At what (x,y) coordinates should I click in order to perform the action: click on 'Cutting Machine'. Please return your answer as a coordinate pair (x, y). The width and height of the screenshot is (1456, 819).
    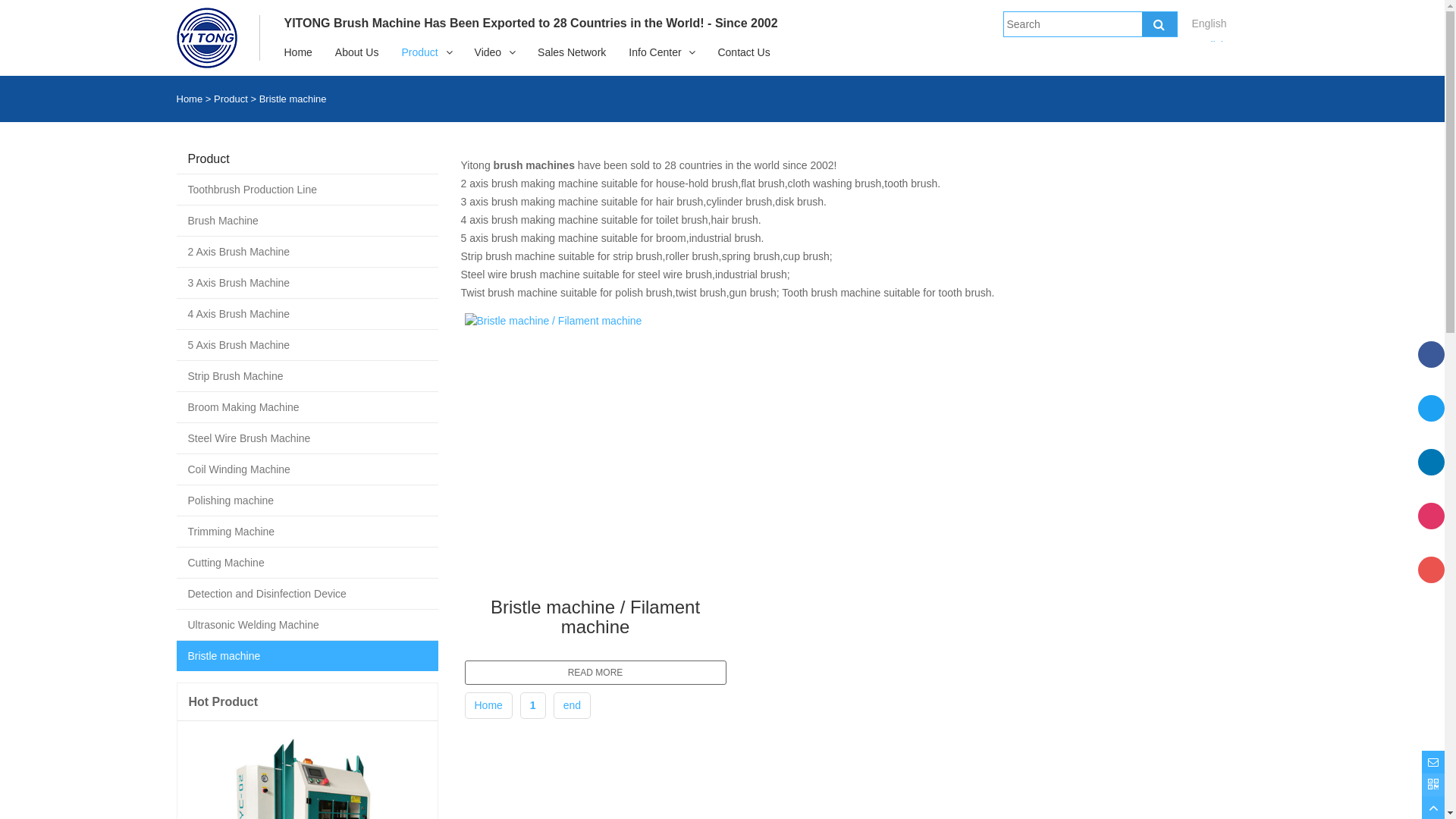
    Looking at the image, I should click on (306, 562).